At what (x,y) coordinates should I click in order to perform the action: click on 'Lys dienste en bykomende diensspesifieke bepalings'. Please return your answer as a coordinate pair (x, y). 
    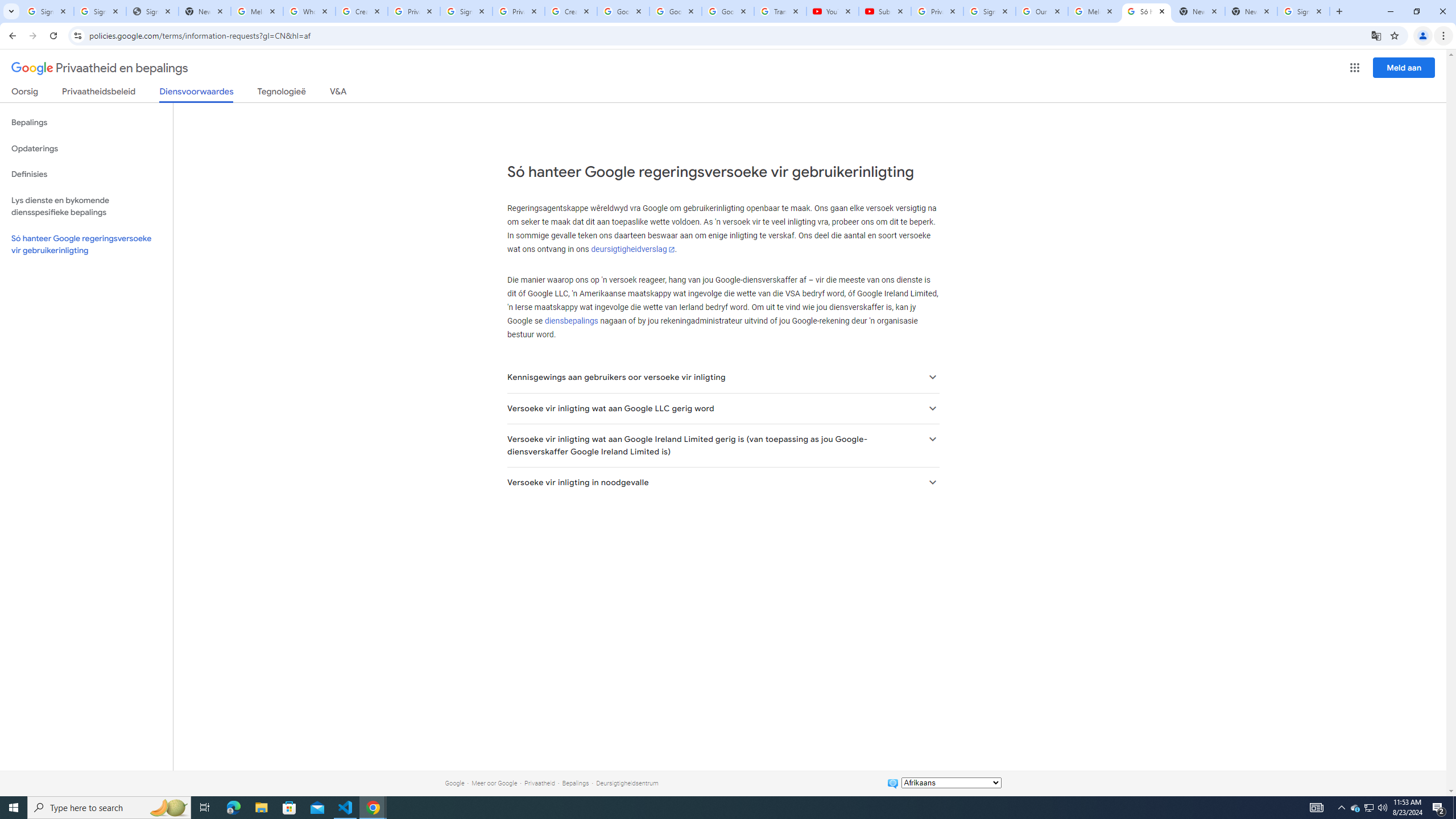
    Looking at the image, I should click on (86, 205).